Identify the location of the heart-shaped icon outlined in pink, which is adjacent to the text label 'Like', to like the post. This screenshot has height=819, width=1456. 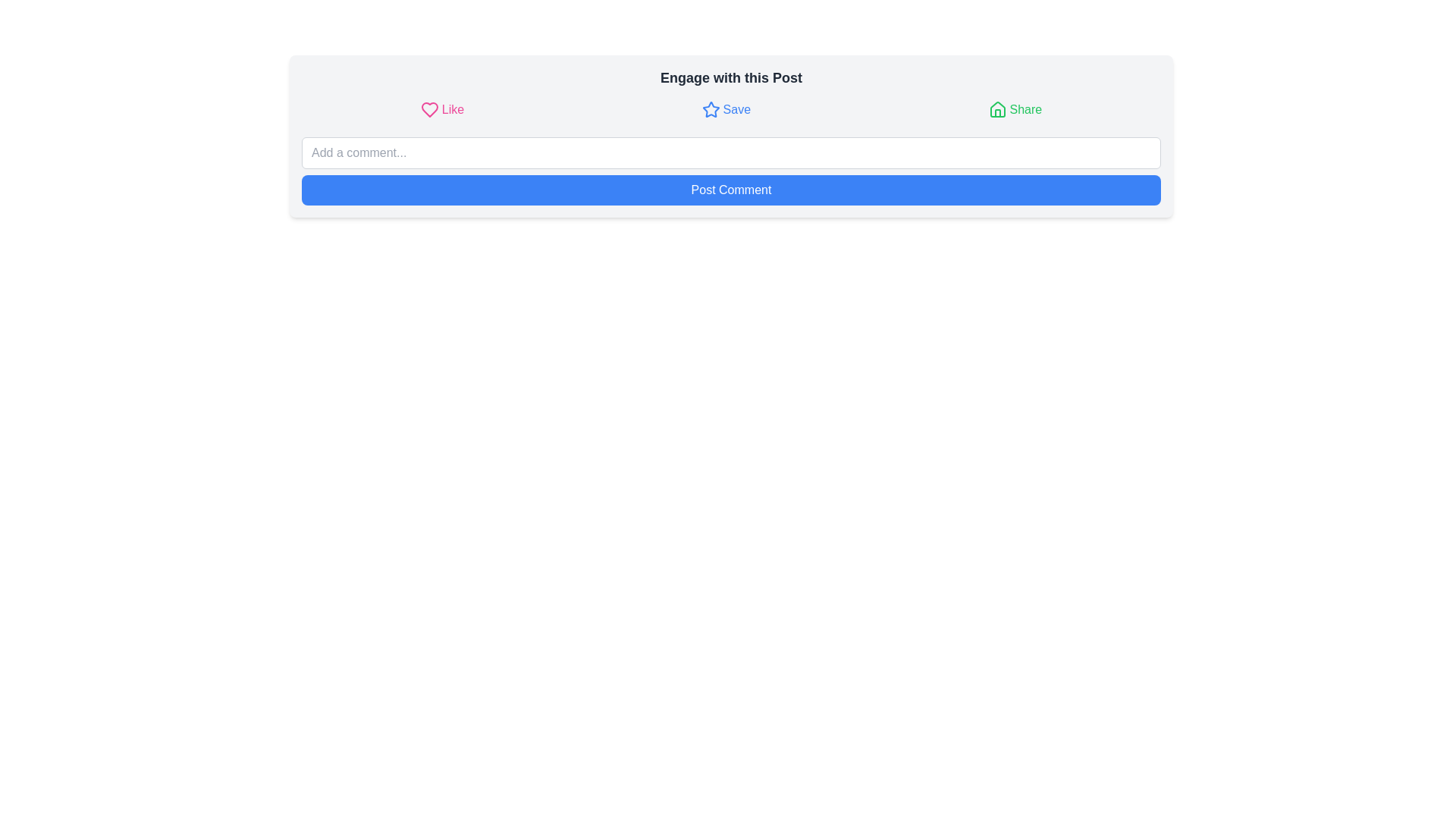
(428, 109).